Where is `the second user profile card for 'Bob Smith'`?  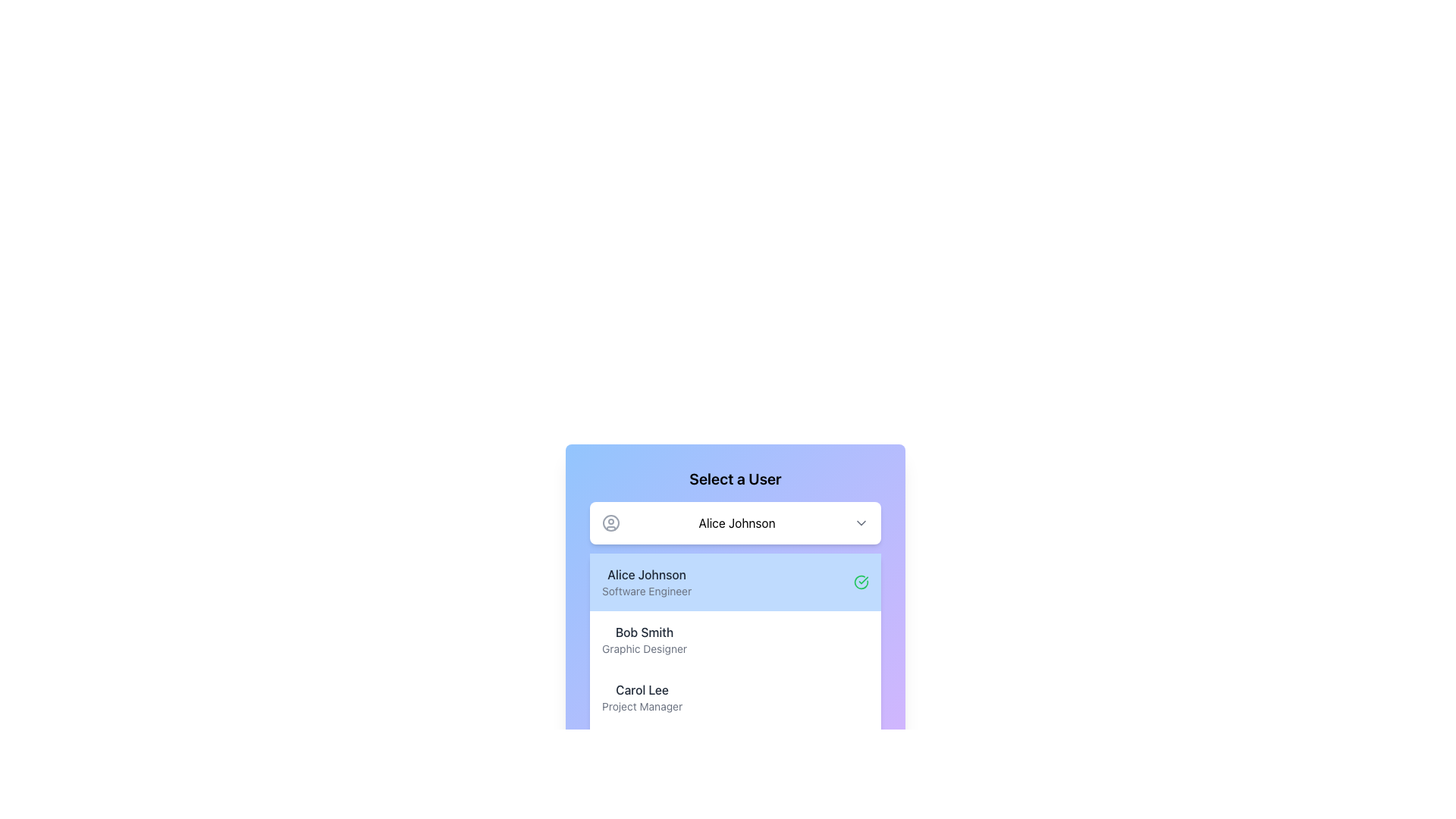 the second user profile card for 'Bob Smith' is located at coordinates (735, 643).